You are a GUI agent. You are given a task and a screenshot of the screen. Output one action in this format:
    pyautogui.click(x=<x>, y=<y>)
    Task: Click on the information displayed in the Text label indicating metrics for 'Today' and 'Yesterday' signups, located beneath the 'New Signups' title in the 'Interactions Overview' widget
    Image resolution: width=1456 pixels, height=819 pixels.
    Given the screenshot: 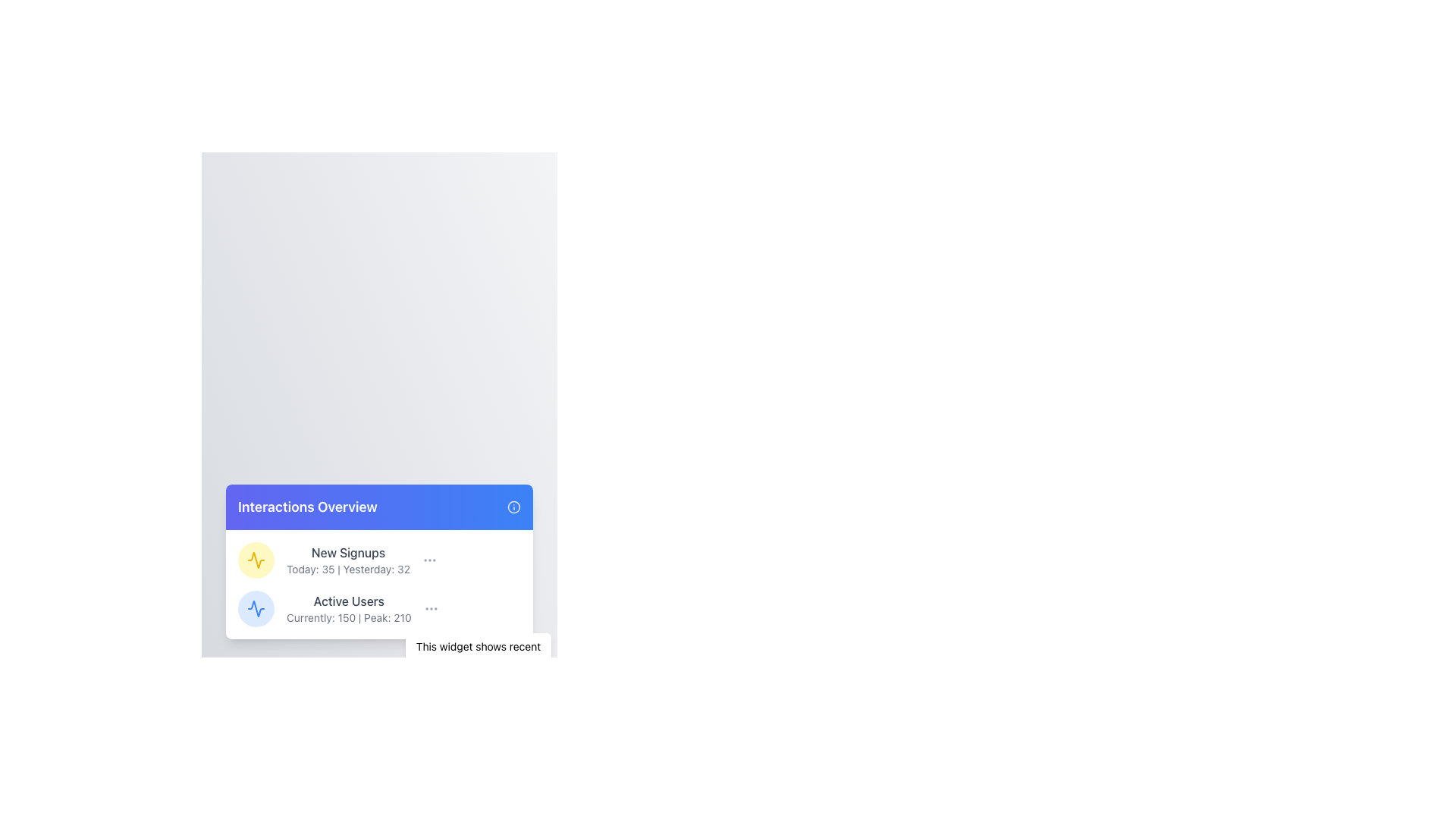 What is the action you would take?
    pyautogui.click(x=347, y=570)
    